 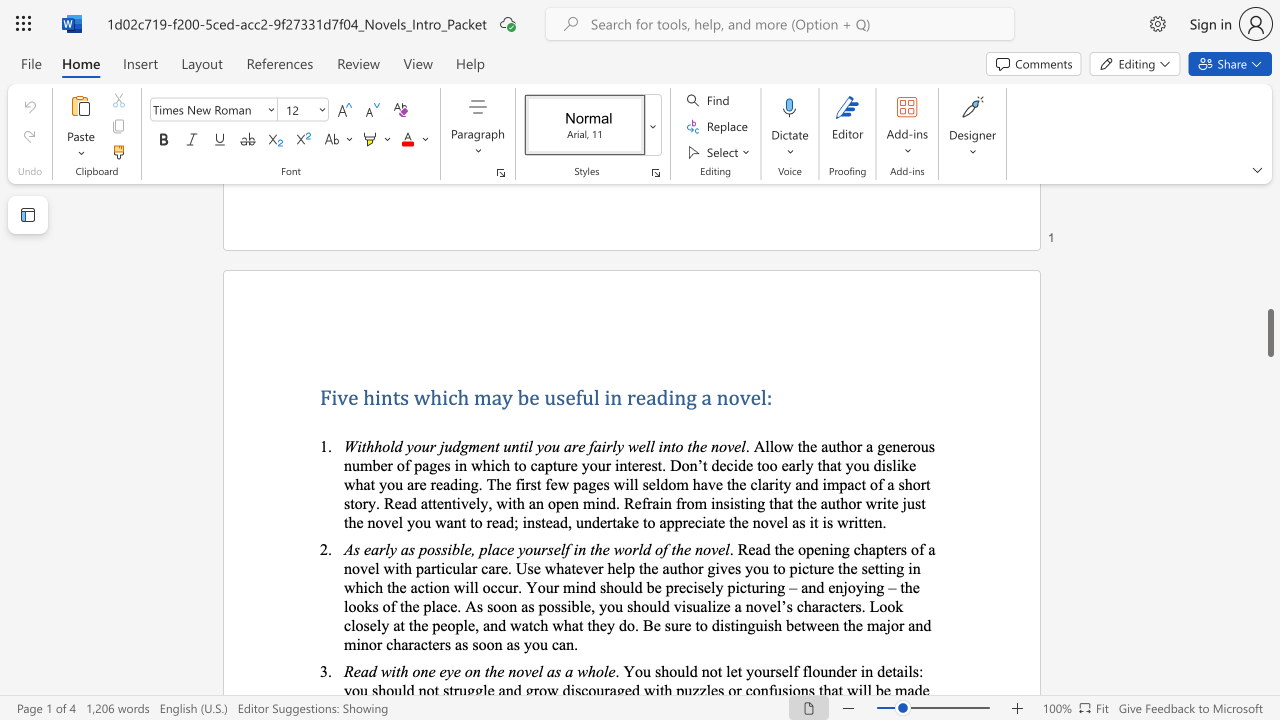 I want to click on the scrollbar on the right, so click(x=1269, y=318).